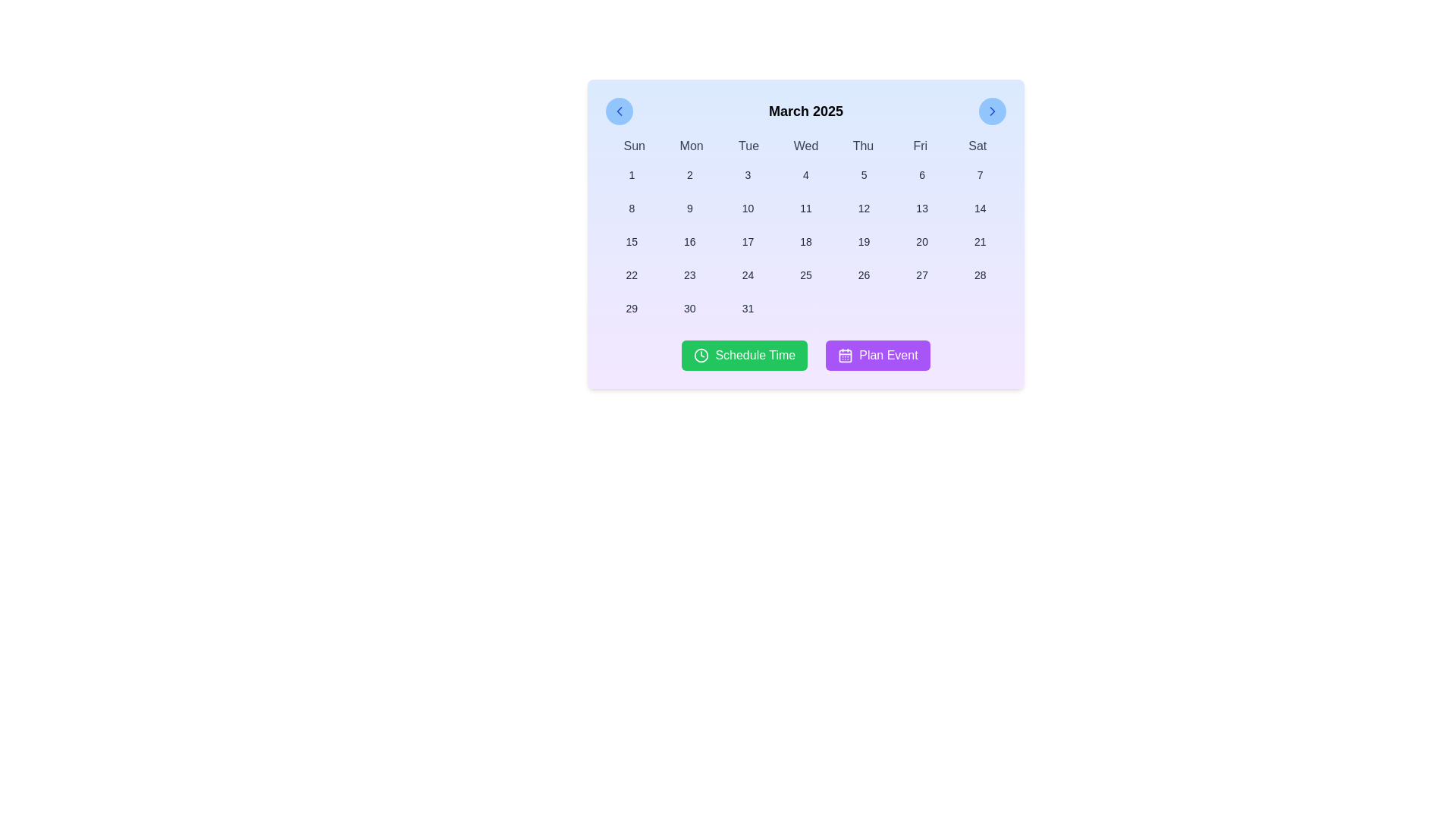 The image size is (1456, 819). I want to click on the date in the calendar grid for March 2025, so click(805, 241).